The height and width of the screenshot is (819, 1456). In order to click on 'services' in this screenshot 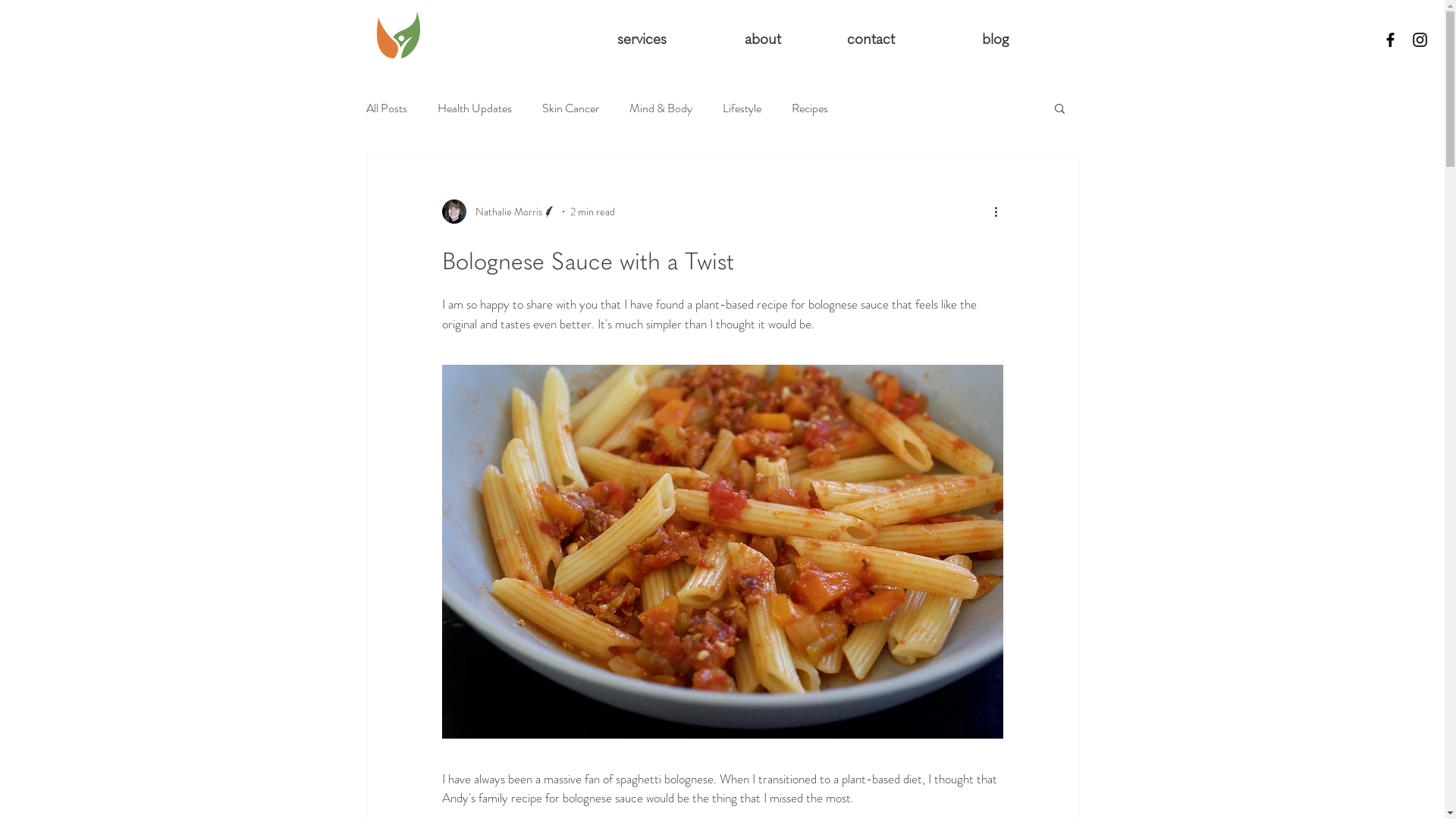, I will do `click(620, 37)`.